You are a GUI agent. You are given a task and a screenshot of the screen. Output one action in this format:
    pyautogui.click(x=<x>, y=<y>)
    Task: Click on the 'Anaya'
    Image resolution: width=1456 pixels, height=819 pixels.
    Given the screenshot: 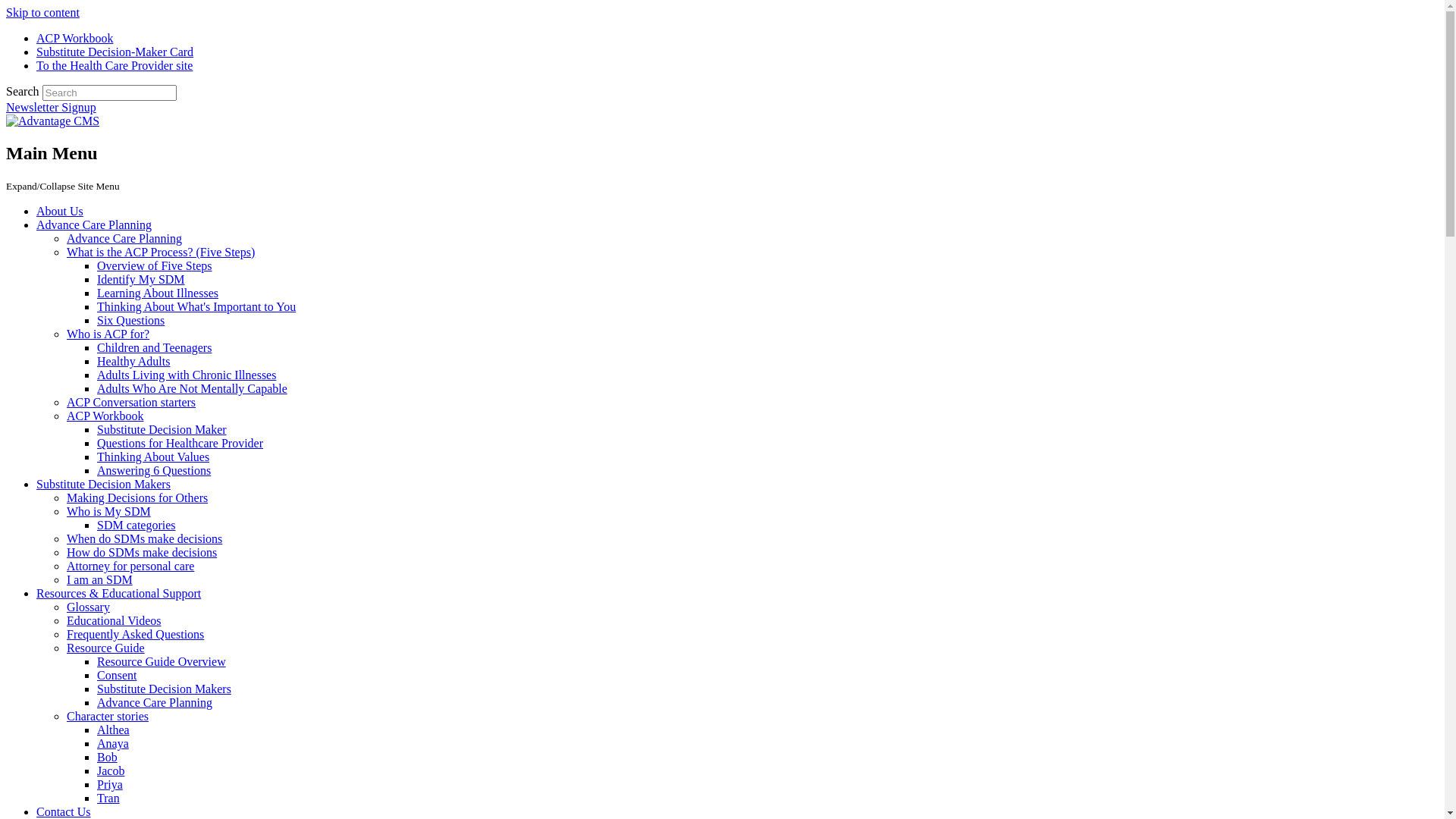 What is the action you would take?
    pyautogui.click(x=111, y=742)
    